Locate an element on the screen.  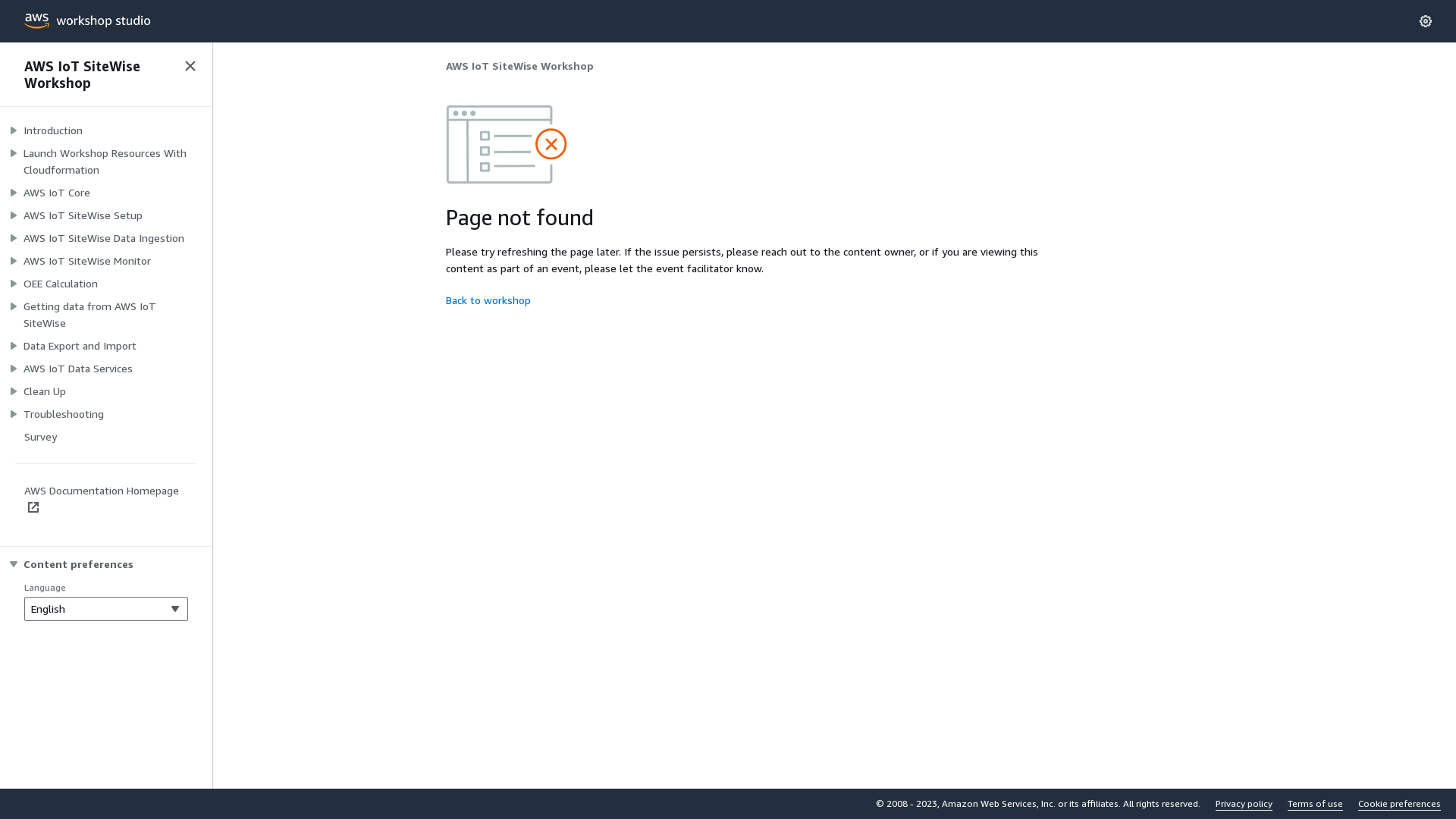
'Launch Workshop Resources With Cloudformation' is located at coordinates (23, 161).